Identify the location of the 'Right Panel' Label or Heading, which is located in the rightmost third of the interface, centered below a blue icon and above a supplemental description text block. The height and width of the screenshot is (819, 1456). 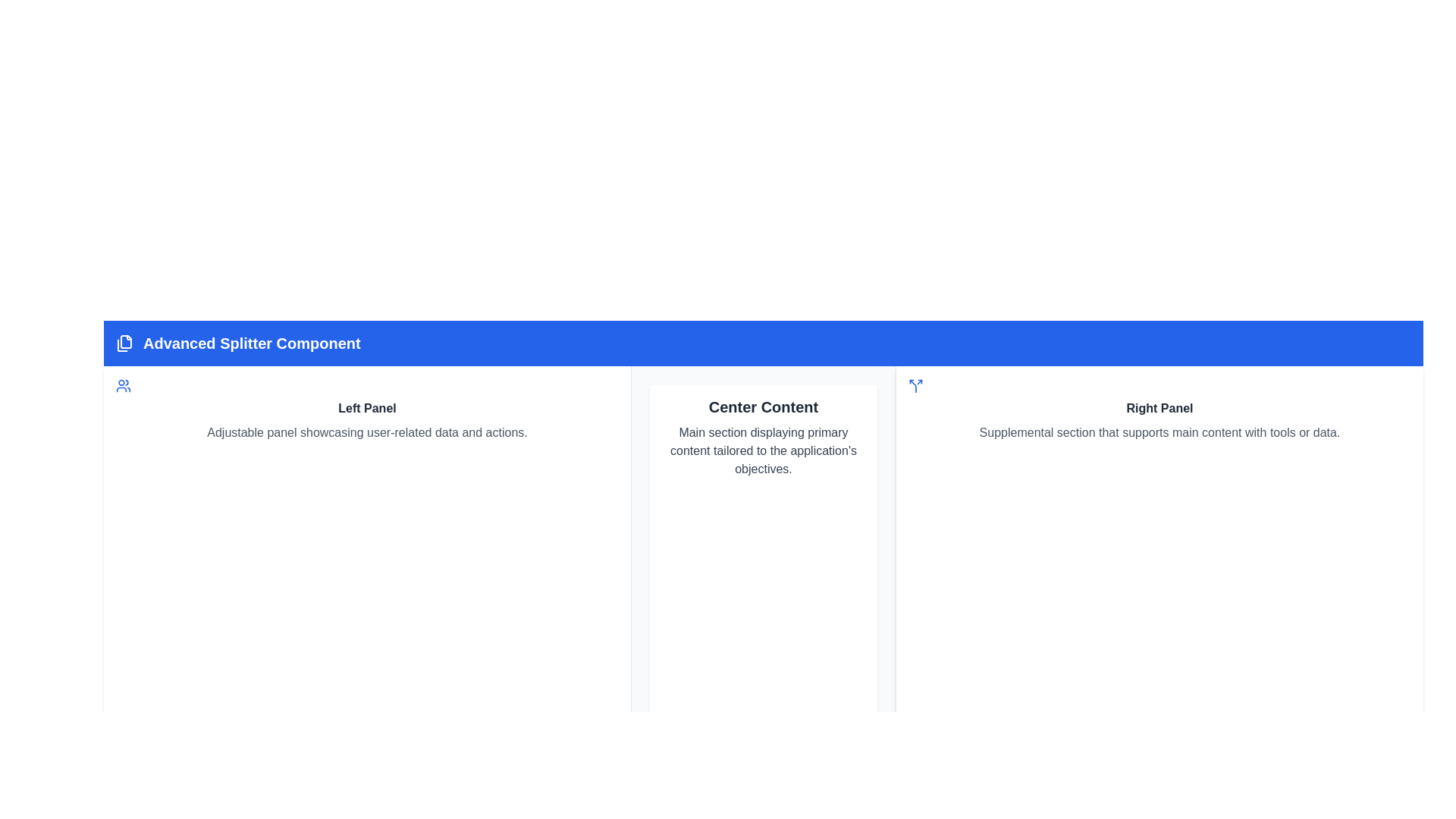
(1159, 408).